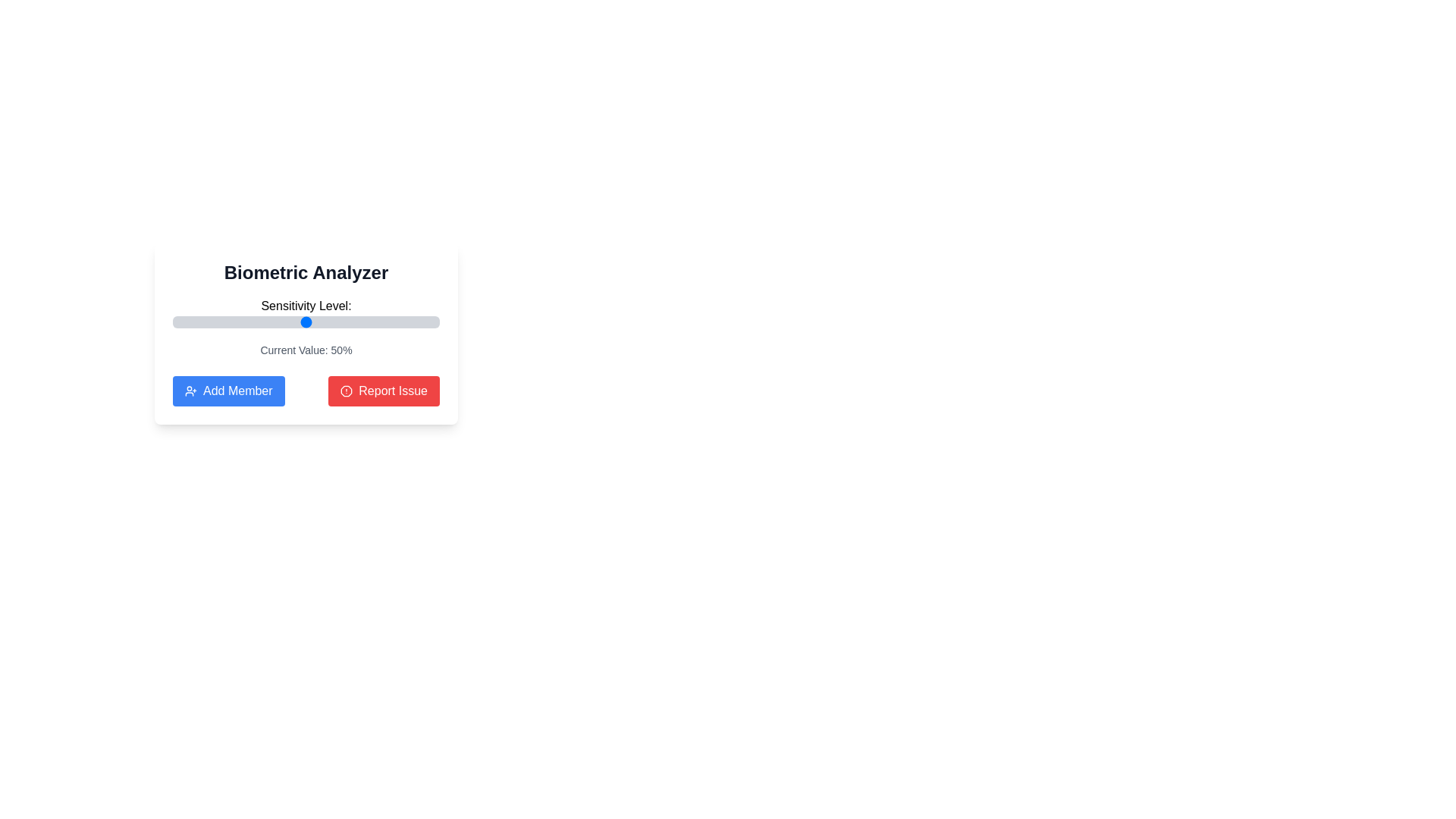 Image resolution: width=1456 pixels, height=819 pixels. What do you see at coordinates (346, 391) in the screenshot?
I see `the compact, red, octagonal icon that serves as a visual cue for warnings or alerts, located to the immediate left of the 'Report Issue' text label` at bounding box center [346, 391].